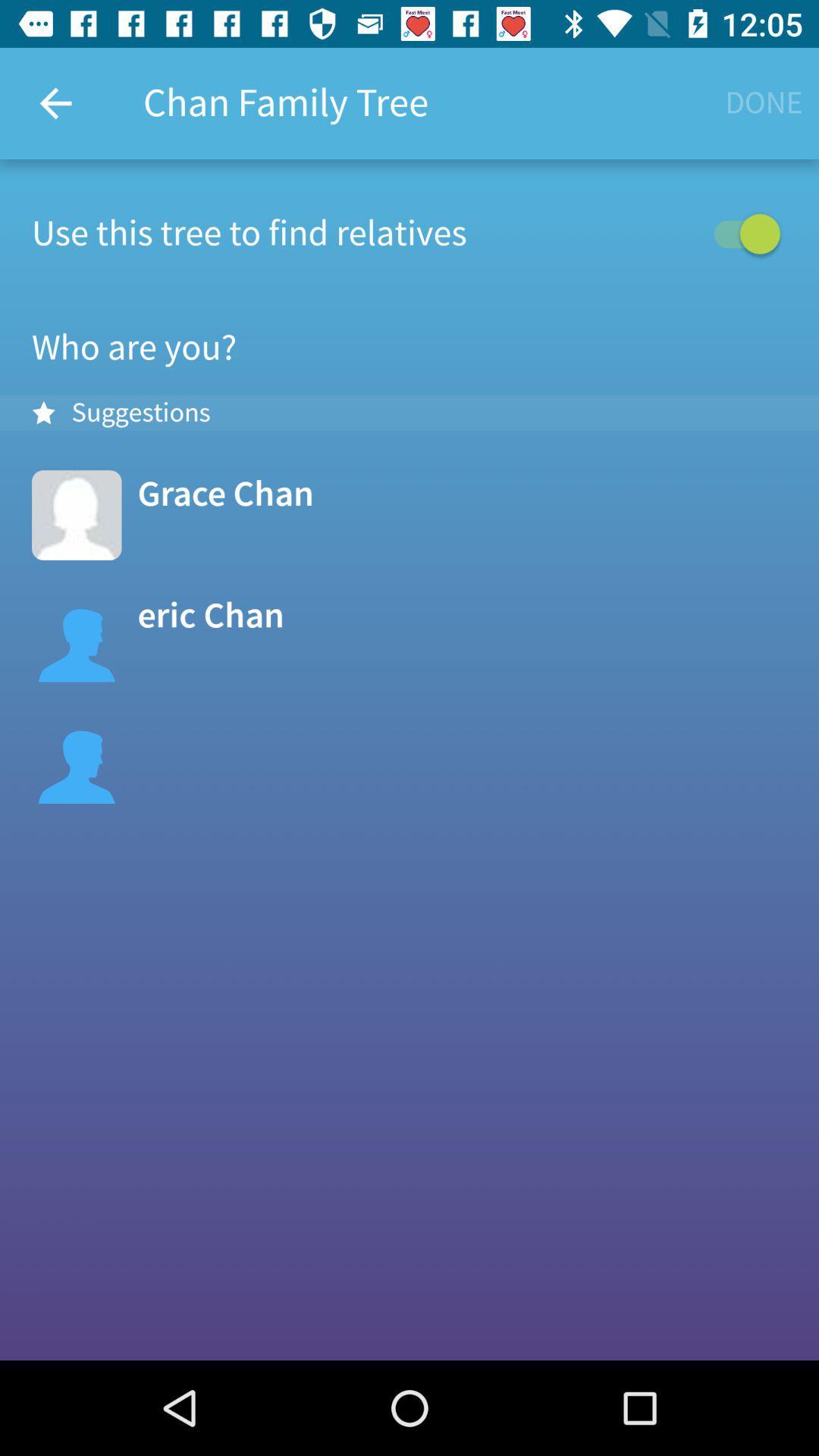 The height and width of the screenshot is (1456, 819). I want to click on the profile which is to the immediate left of grace chan, so click(77, 515).